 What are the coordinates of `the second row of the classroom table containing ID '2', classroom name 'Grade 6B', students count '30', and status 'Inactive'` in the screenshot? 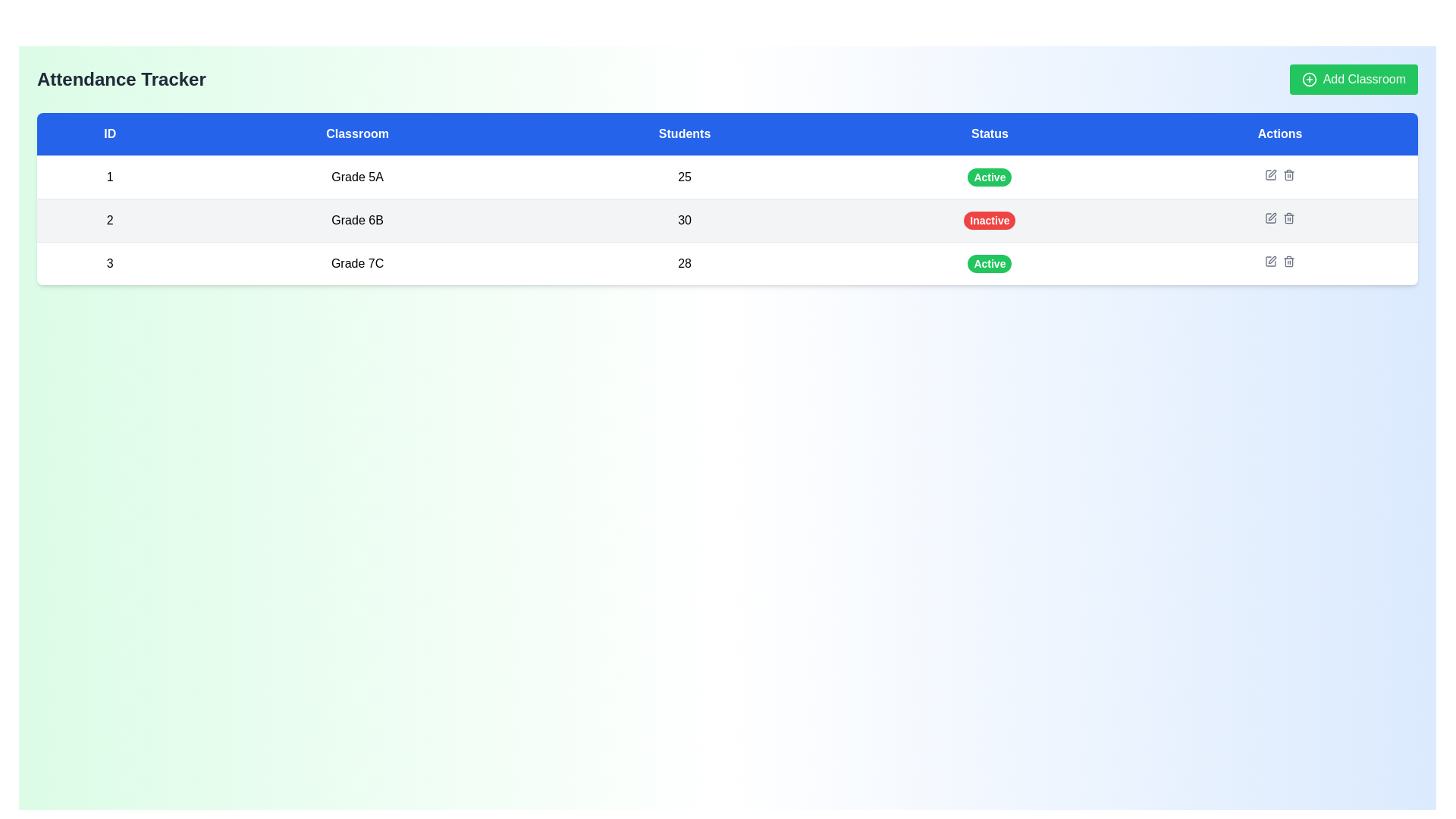 It's located at (726, 220).